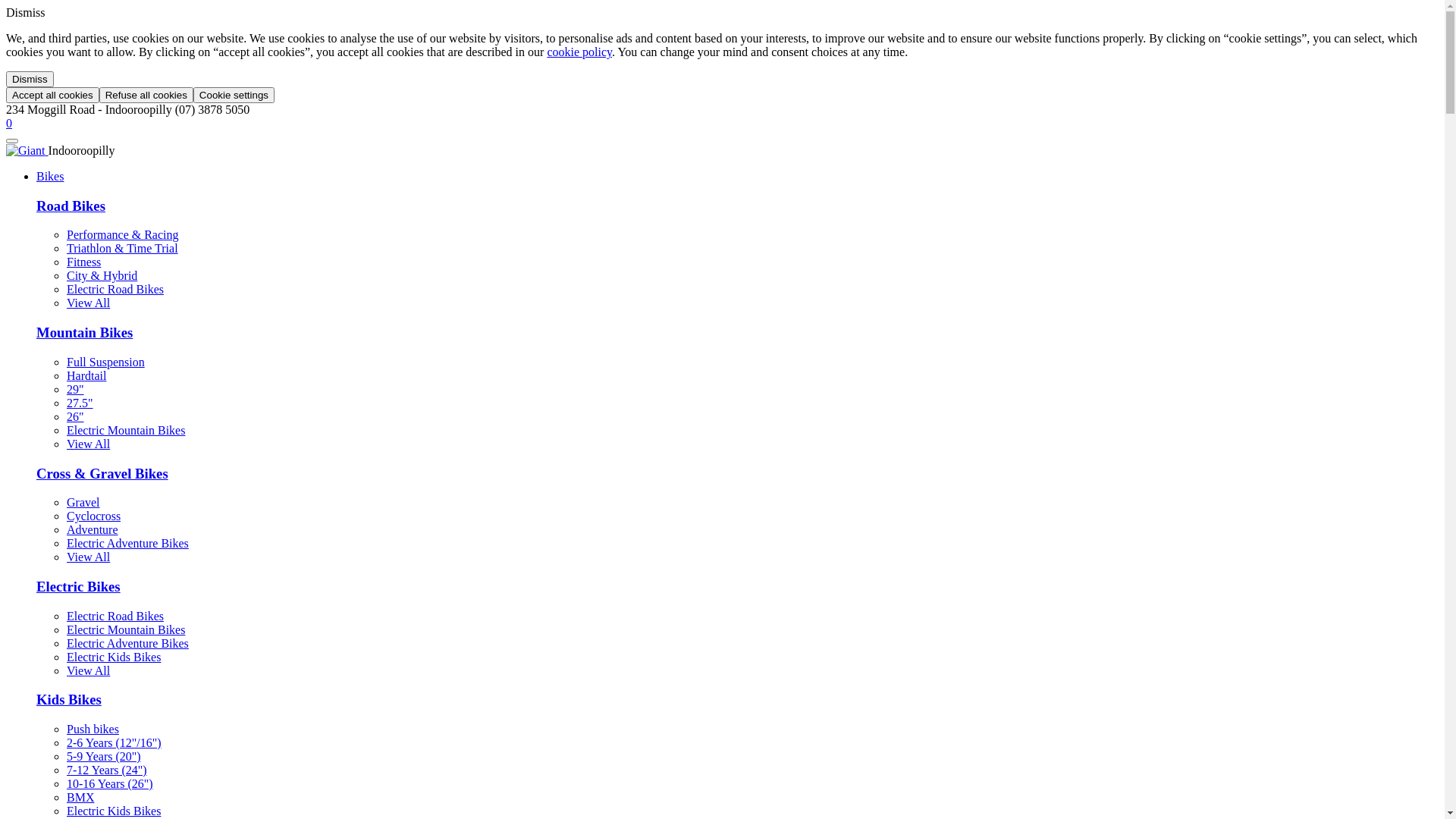 This screenshot has height=819, width=1456. What do you see at coordinates (65, 234) in the screenshot?
I see `'Performance & Racing'` at bounding box center [65, 234].